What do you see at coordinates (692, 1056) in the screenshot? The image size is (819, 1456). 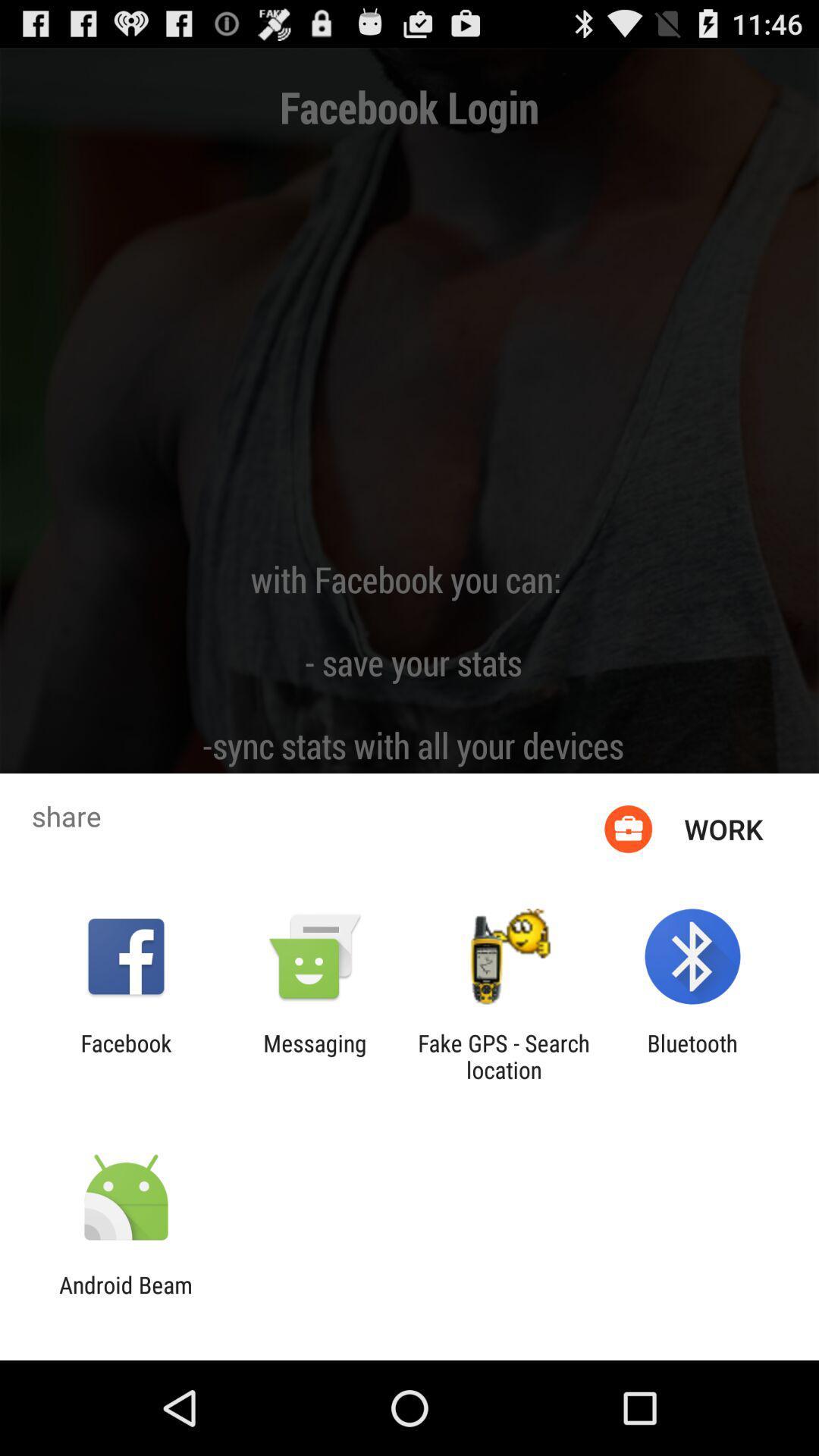 I see `the bluetooth item` at bounding box center [692, 1056].